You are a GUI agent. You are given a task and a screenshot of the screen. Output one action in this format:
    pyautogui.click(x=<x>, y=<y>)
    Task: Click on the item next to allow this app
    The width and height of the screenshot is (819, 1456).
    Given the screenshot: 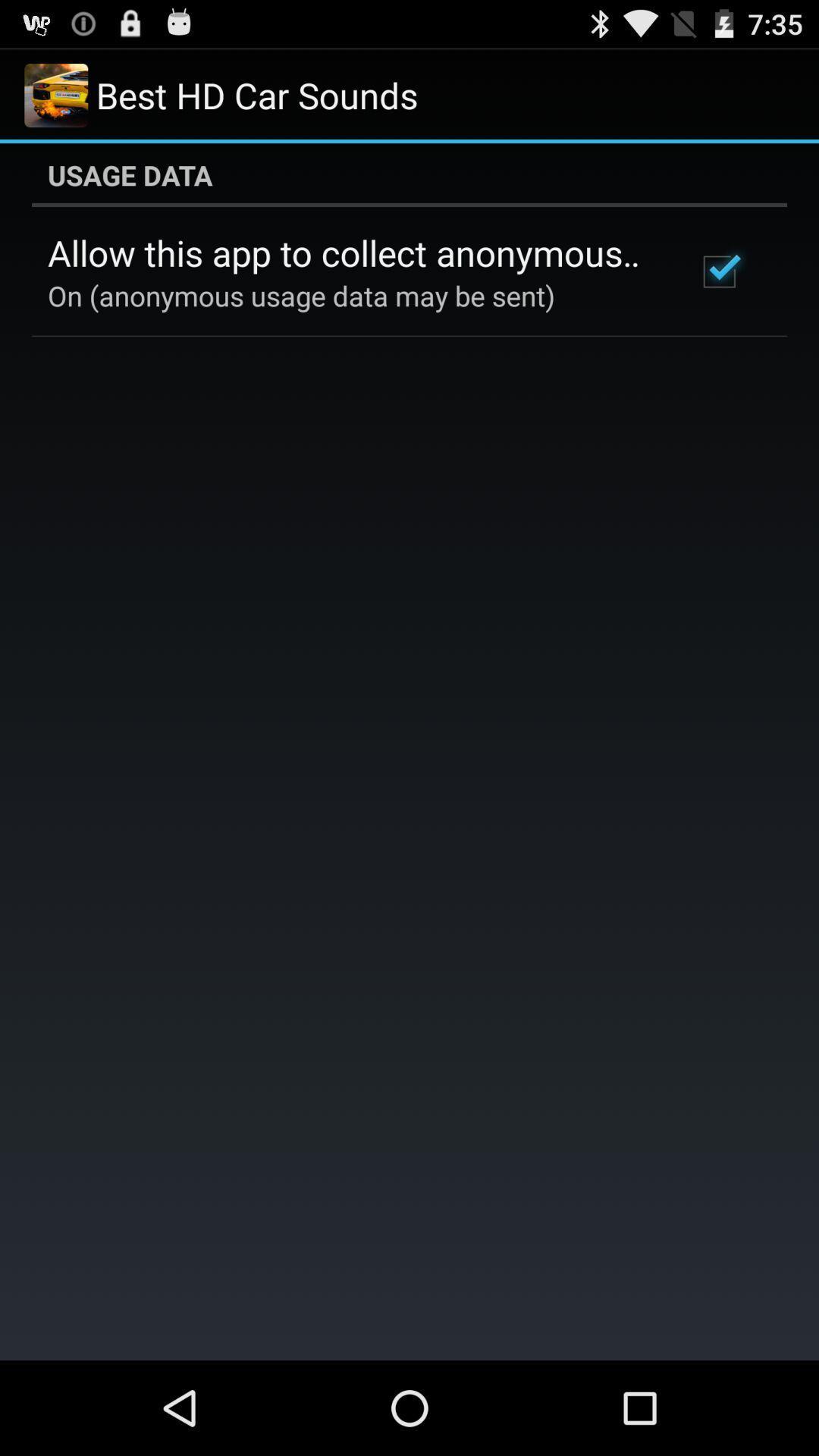 What is the action you would take?
    pyautogui.click(x=718, y=271)
    